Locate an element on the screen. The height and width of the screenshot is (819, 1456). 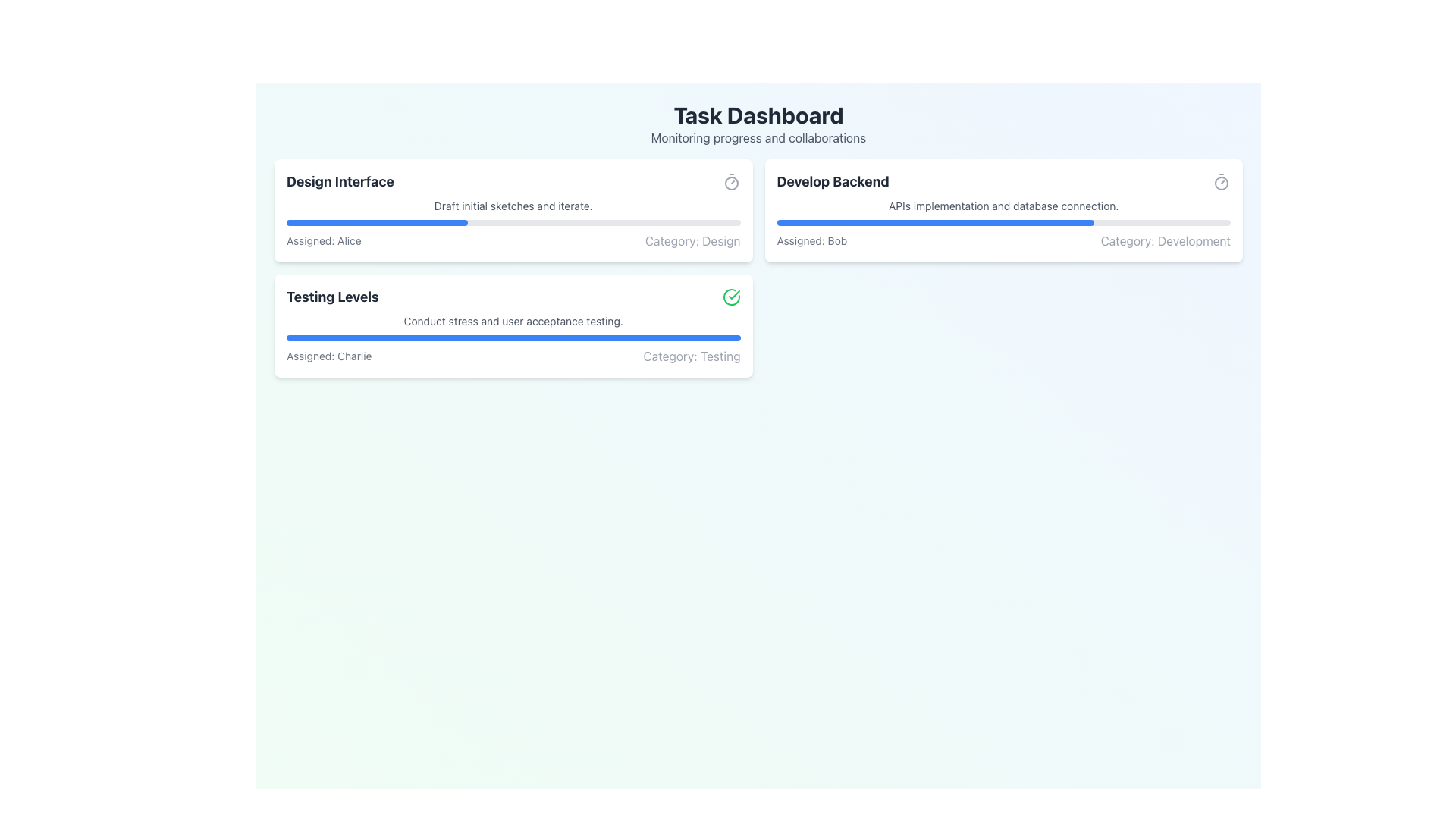
the informational label indicating the person assigned to the task located in the bottom-left section of the 'Testing Levels' task card is located at coordinates (328, 356).